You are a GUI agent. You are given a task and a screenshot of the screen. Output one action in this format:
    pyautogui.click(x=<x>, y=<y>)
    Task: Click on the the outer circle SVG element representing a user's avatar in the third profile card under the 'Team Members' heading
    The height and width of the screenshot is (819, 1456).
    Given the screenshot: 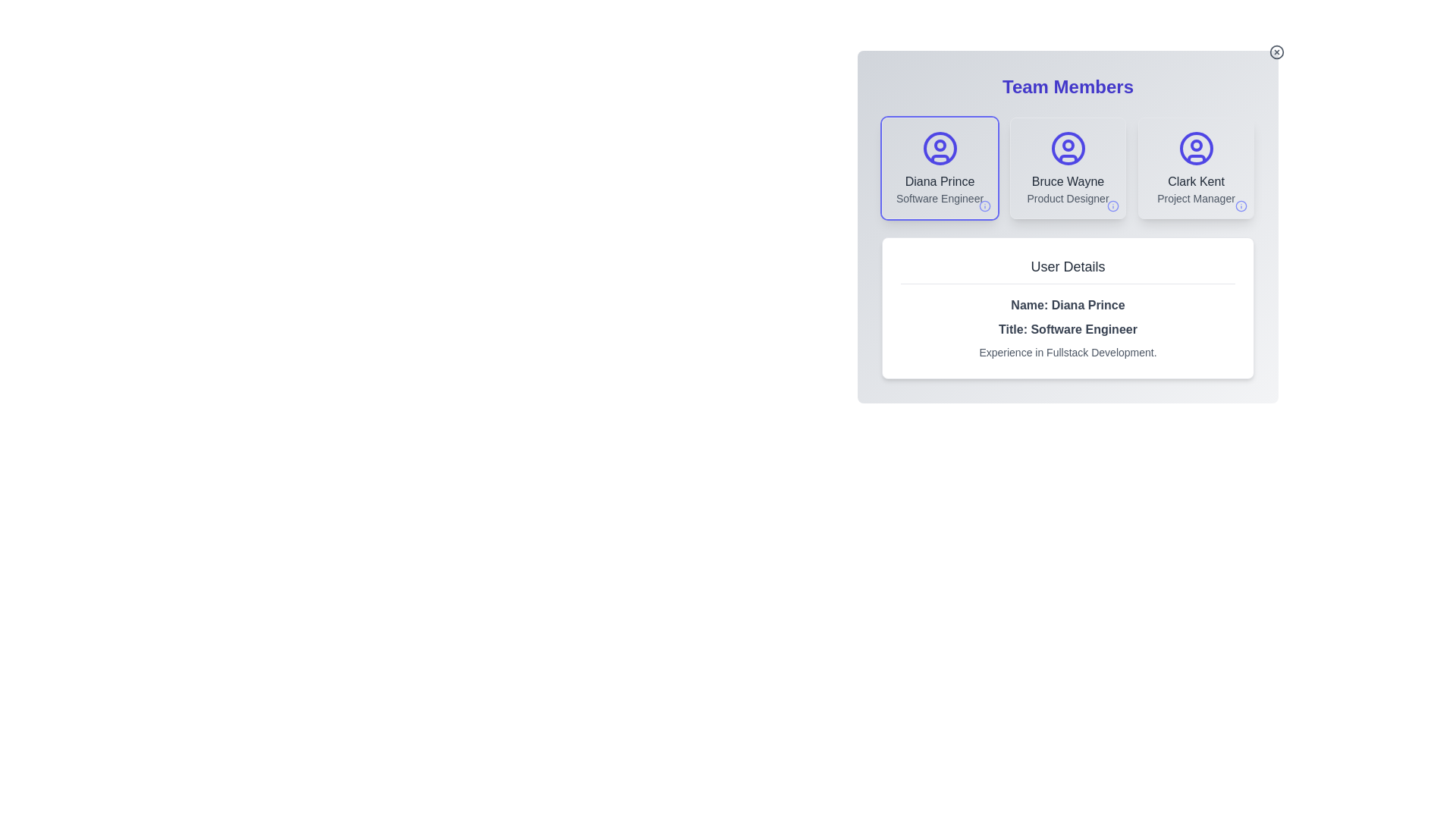 What is the action you would take?
    pyautogui.click(x=1195, y=149)
    